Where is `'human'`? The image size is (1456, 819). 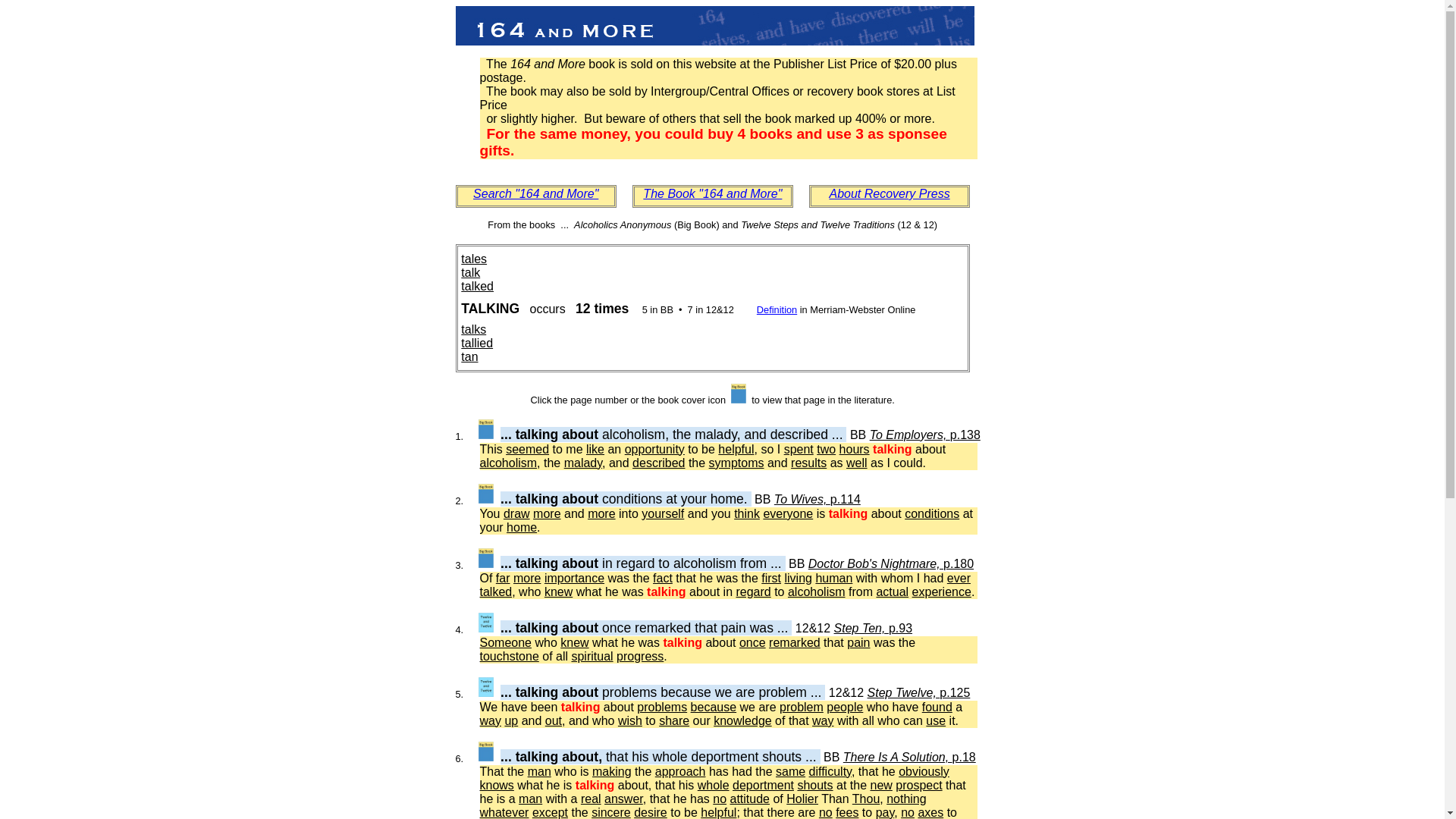
'human' is located at coordinates (833, 578).